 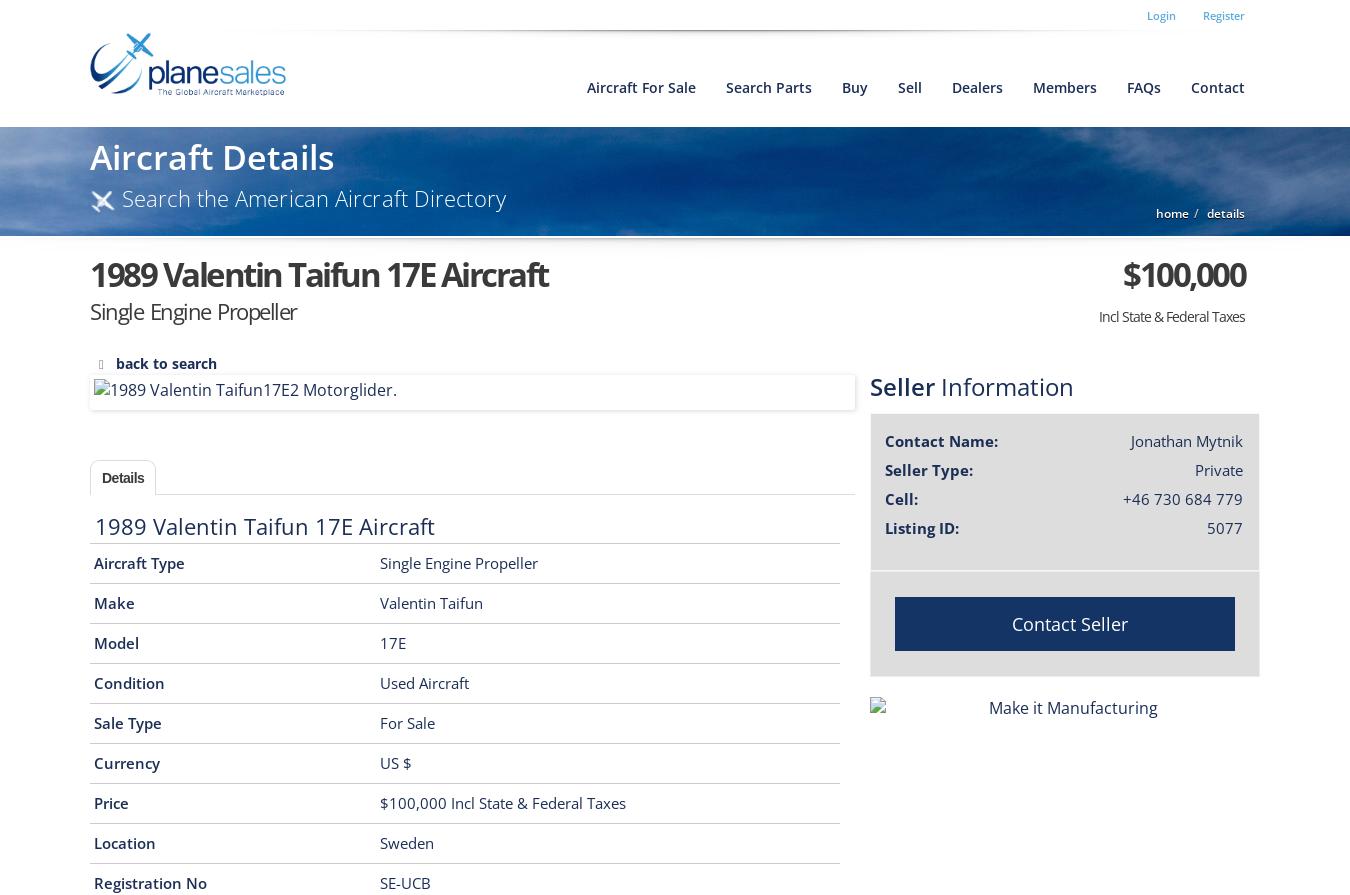 What do you see at coordinates (909, 87) in the screenshot?
I see `'sell'` at bounding box center [909, 87].